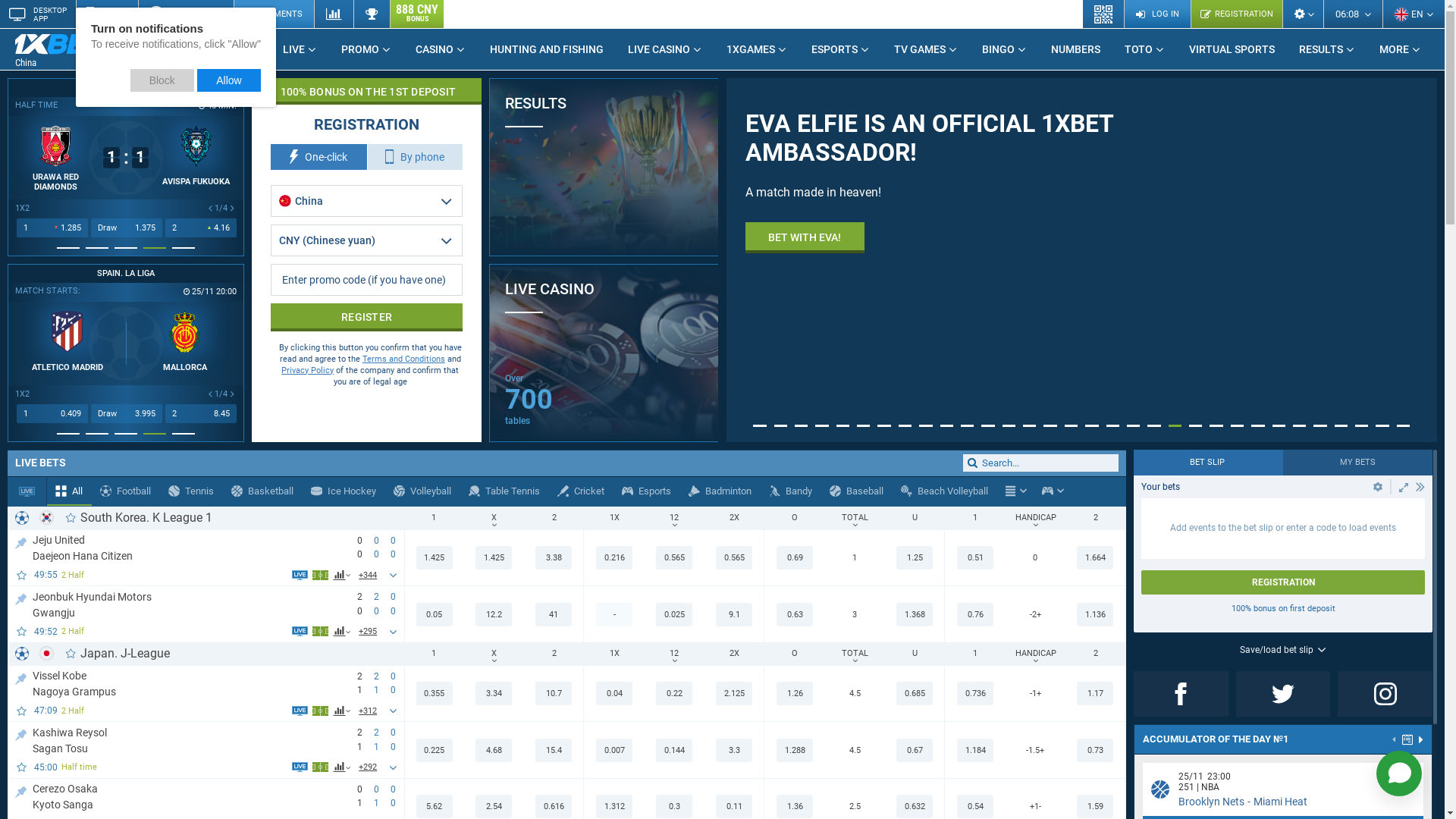 Image resolution: width=1456 pixels, height=819 pixels. I want to click on 'Esports', so click(647, 491).